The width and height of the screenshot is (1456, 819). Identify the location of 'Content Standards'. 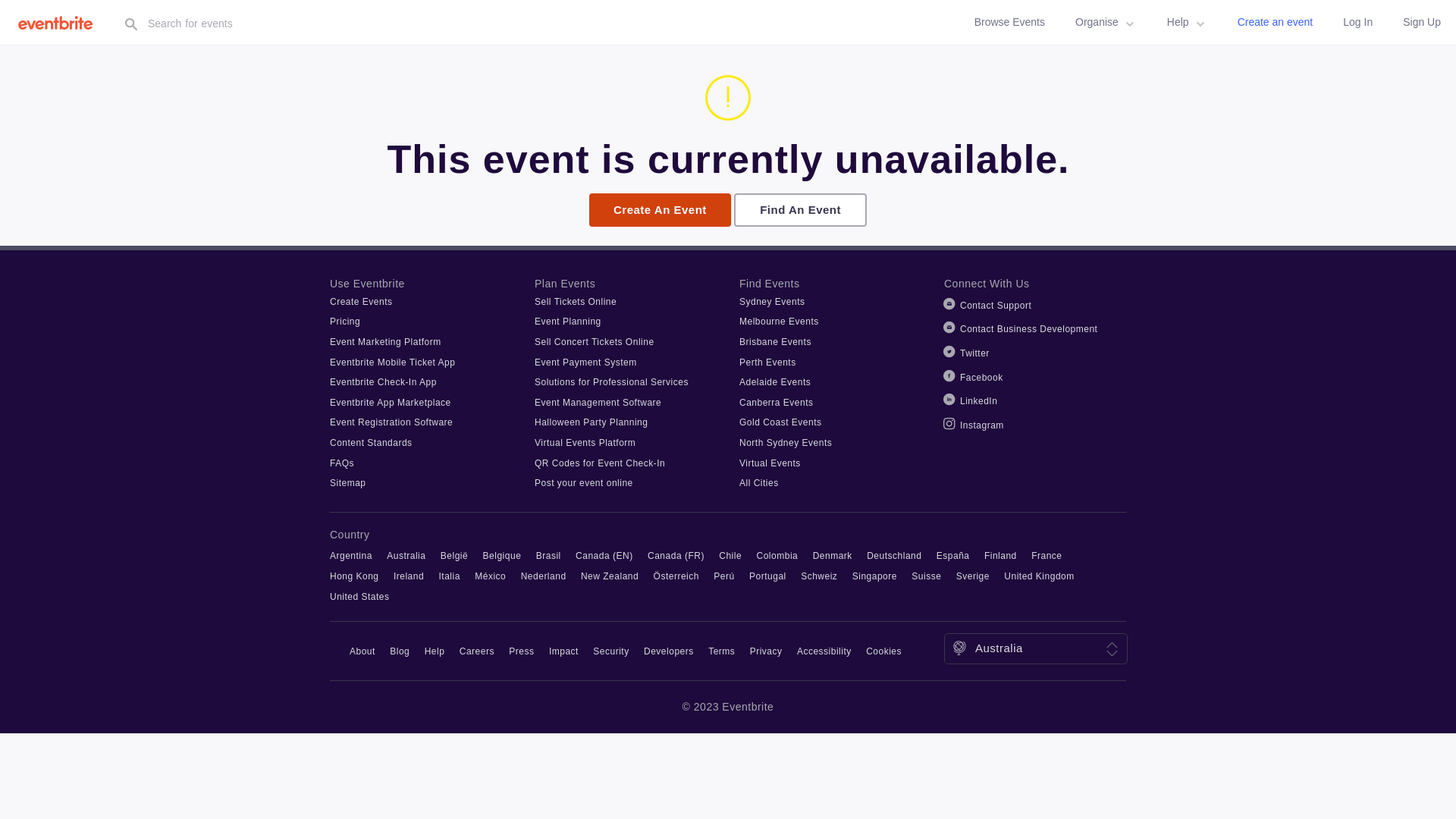
(371, 442).